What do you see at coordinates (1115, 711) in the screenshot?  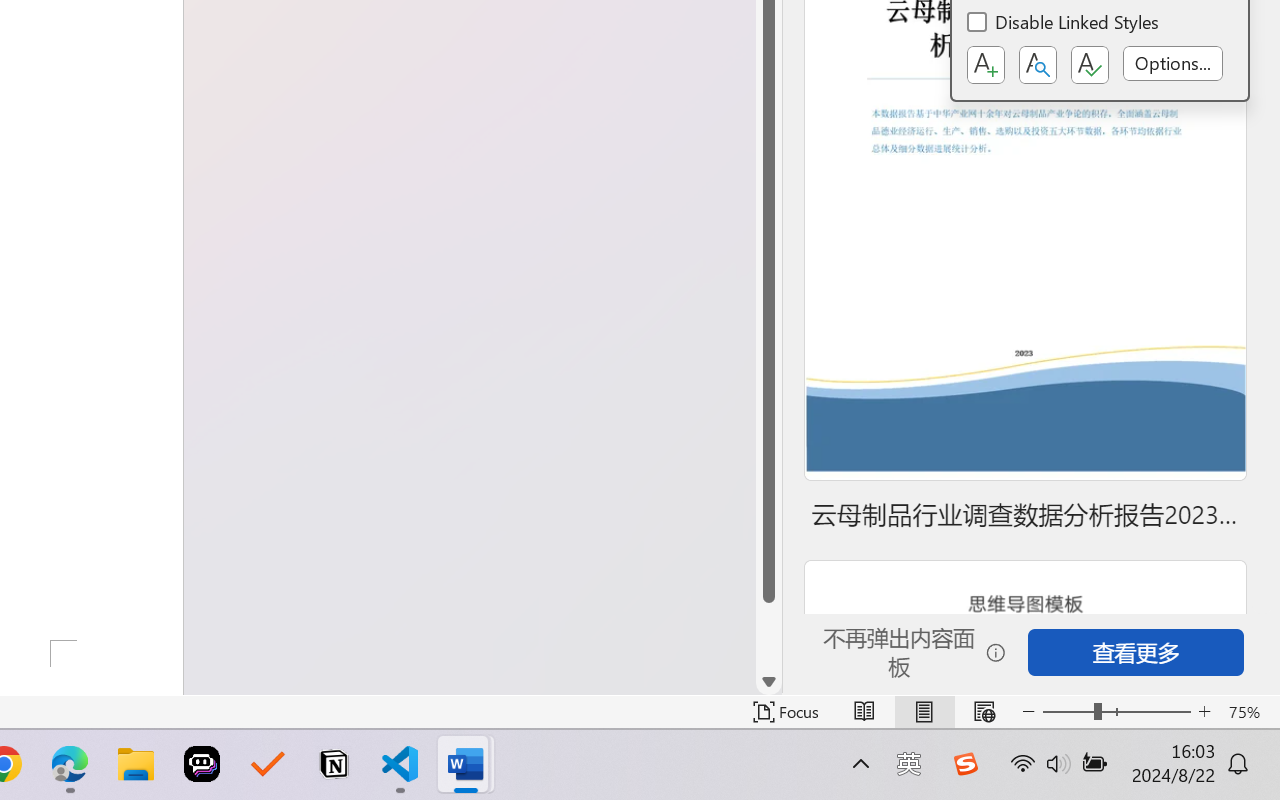 I see `'Zoom'` at bounding box center [1115, 711].